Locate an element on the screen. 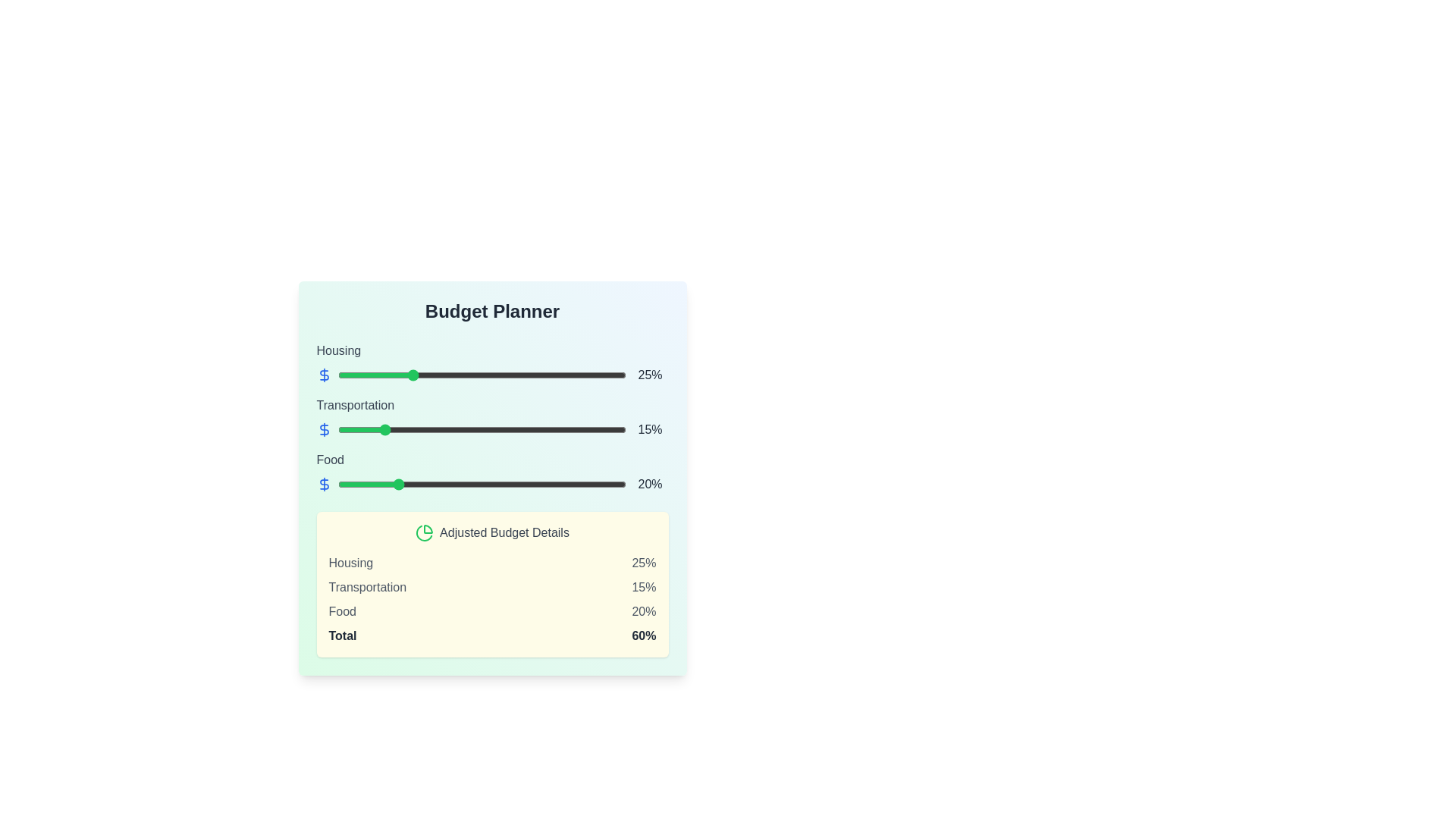 Image resolution: width=1456 pixels, height=819 pixels. the text label indicating adjusted budget details, which is positioned to the right of a green pie chart icon in the Budget Planner interface is located at coordinates (504, 532).